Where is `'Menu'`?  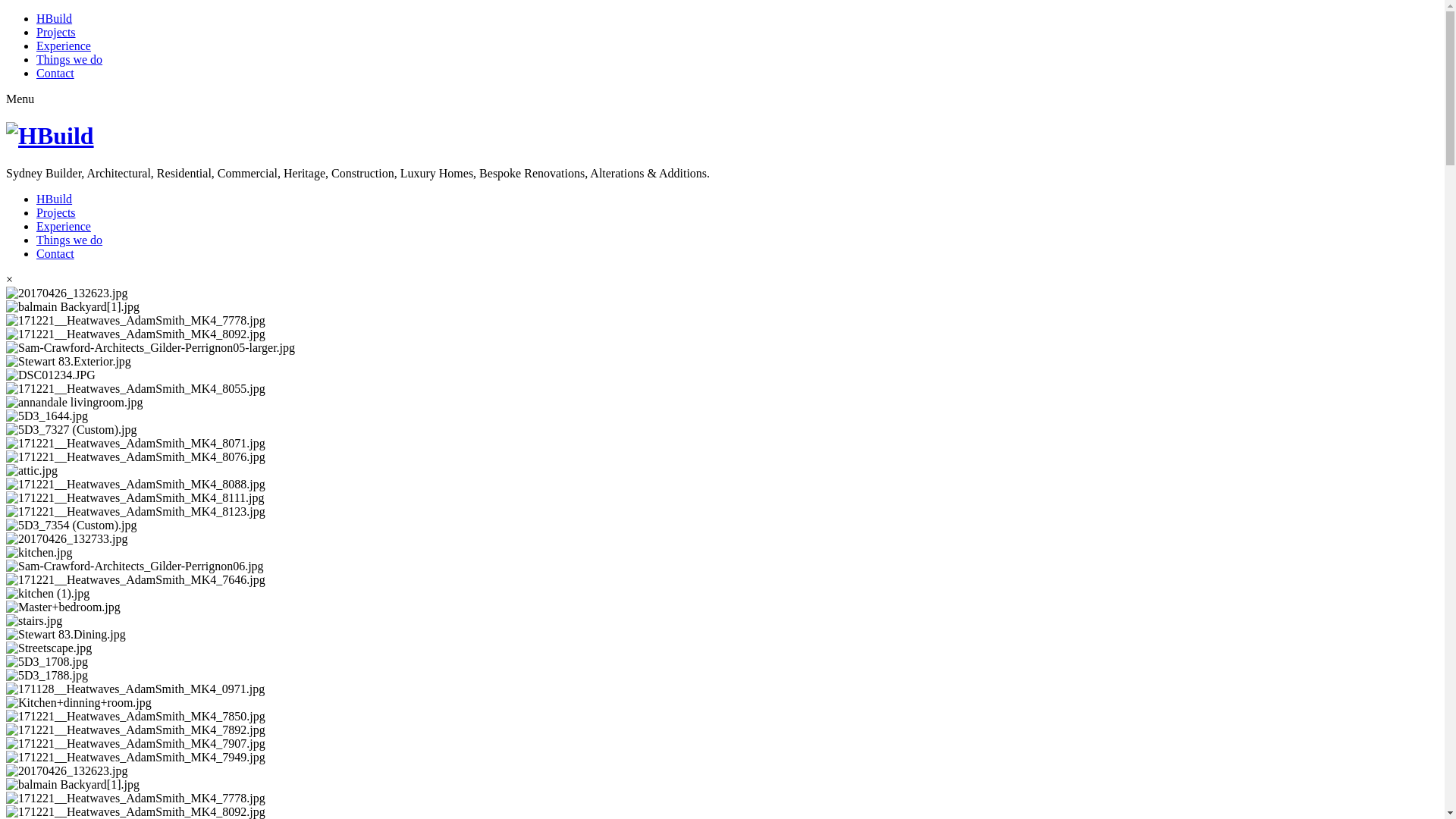
'Menu' is located at coordinates (20, 99).